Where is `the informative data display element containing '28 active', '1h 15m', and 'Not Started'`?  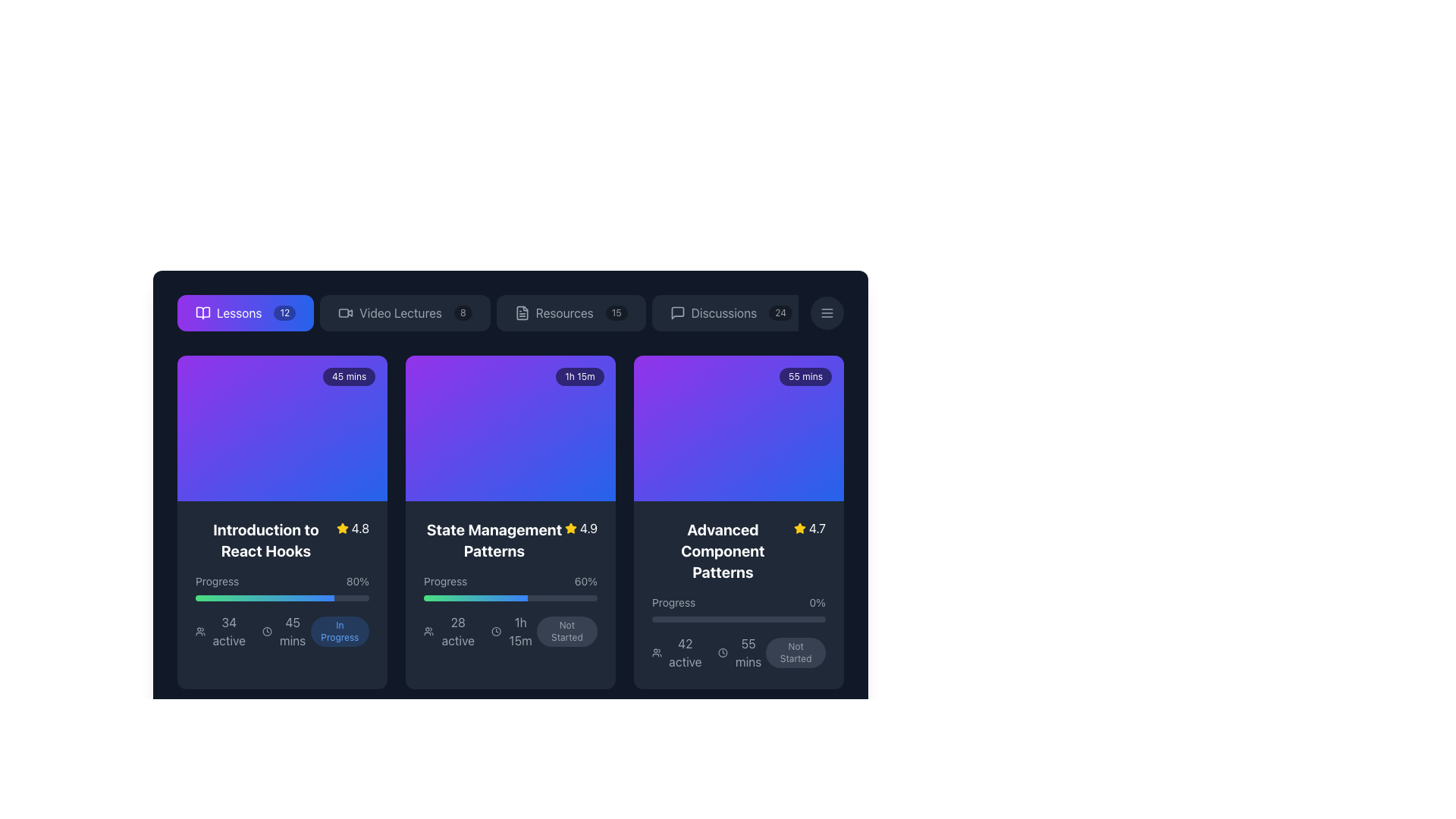 the informative data display element containing '28 active', '1h 15m', and 'Not Started' is located at coordinates (510, 632).